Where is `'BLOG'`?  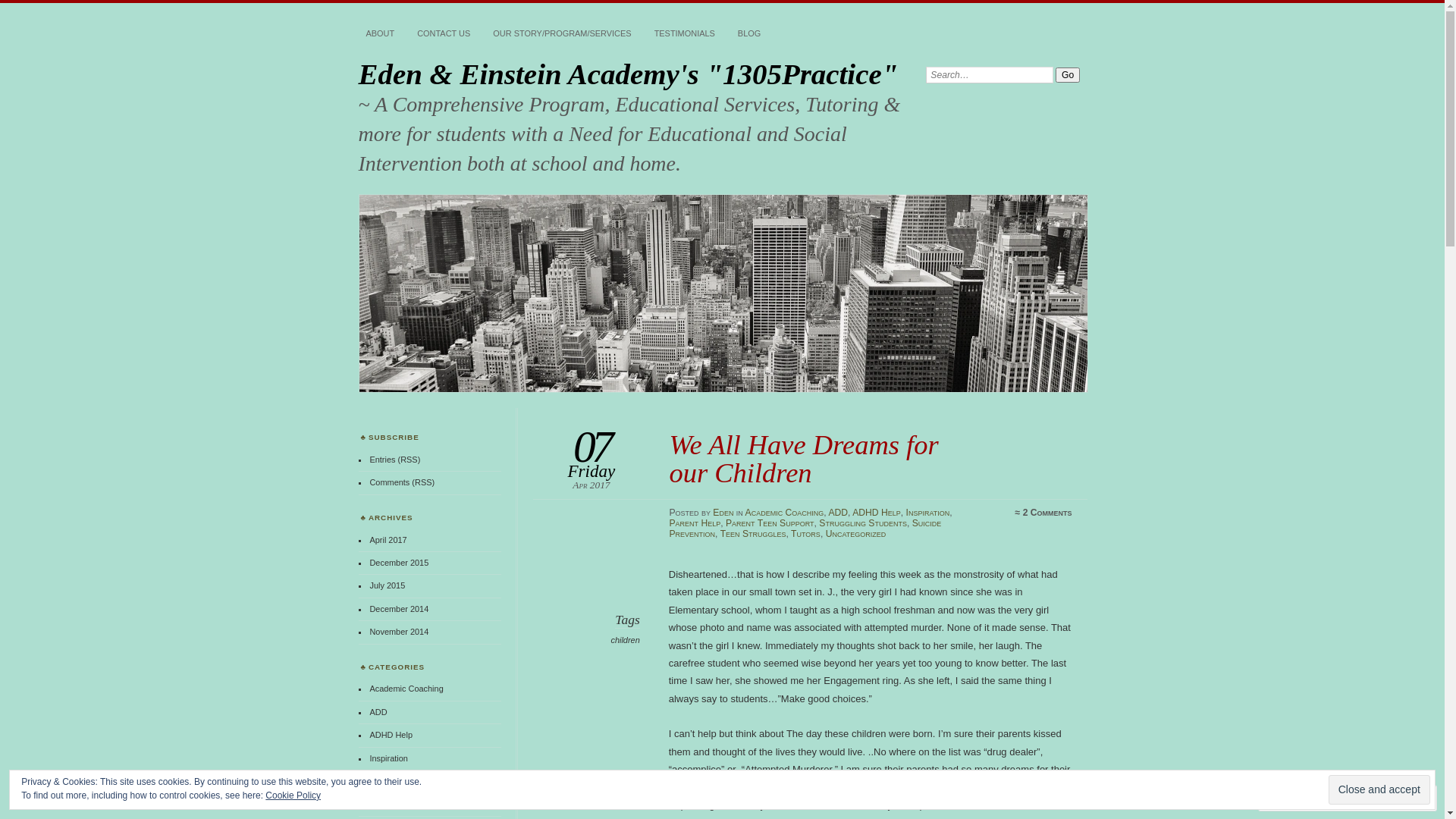 'BLOG' is located at coordinates (749, 34).